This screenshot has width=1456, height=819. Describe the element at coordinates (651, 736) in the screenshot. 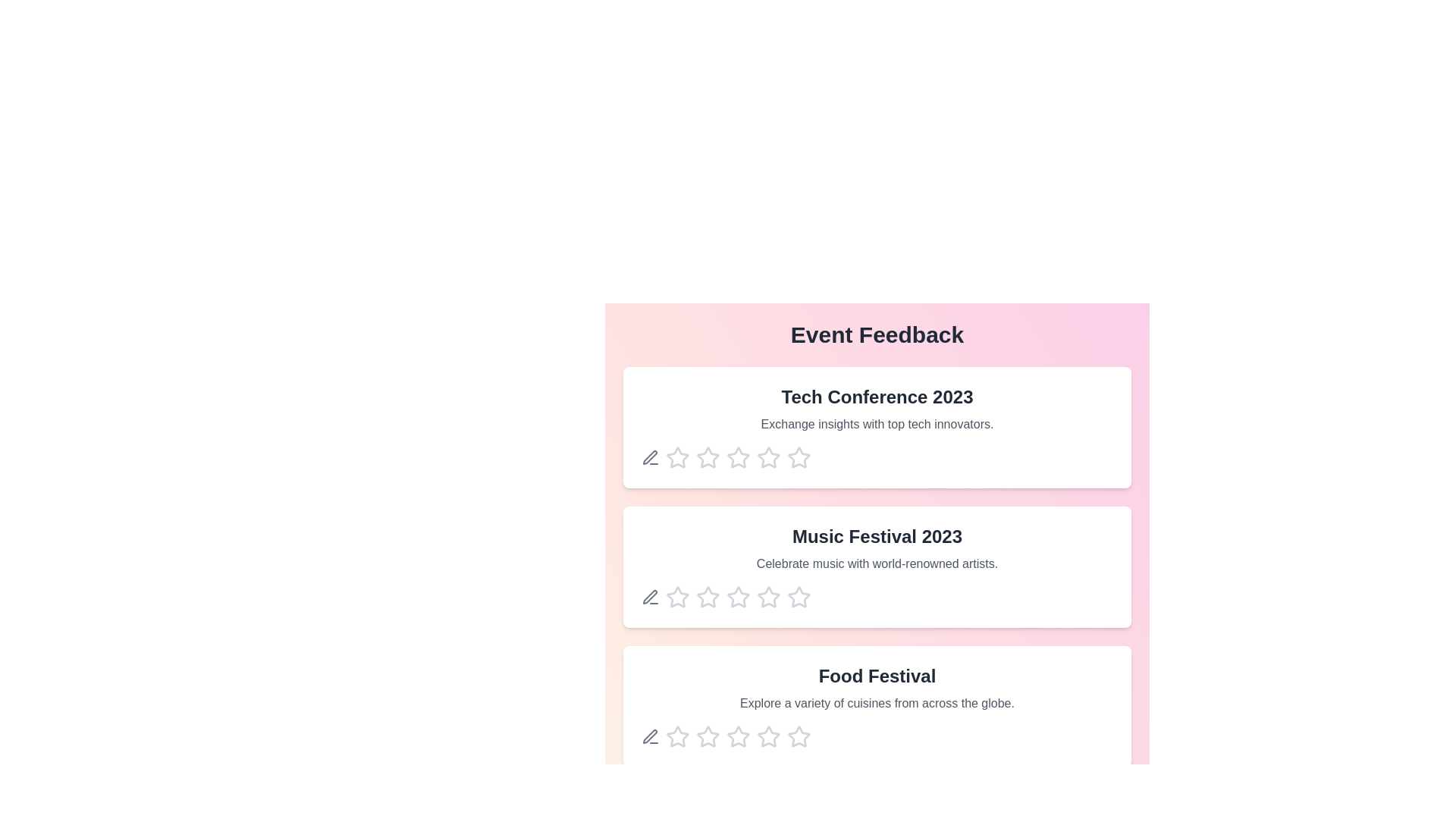

I see `the edit icon for the event Food Festival` at that location.